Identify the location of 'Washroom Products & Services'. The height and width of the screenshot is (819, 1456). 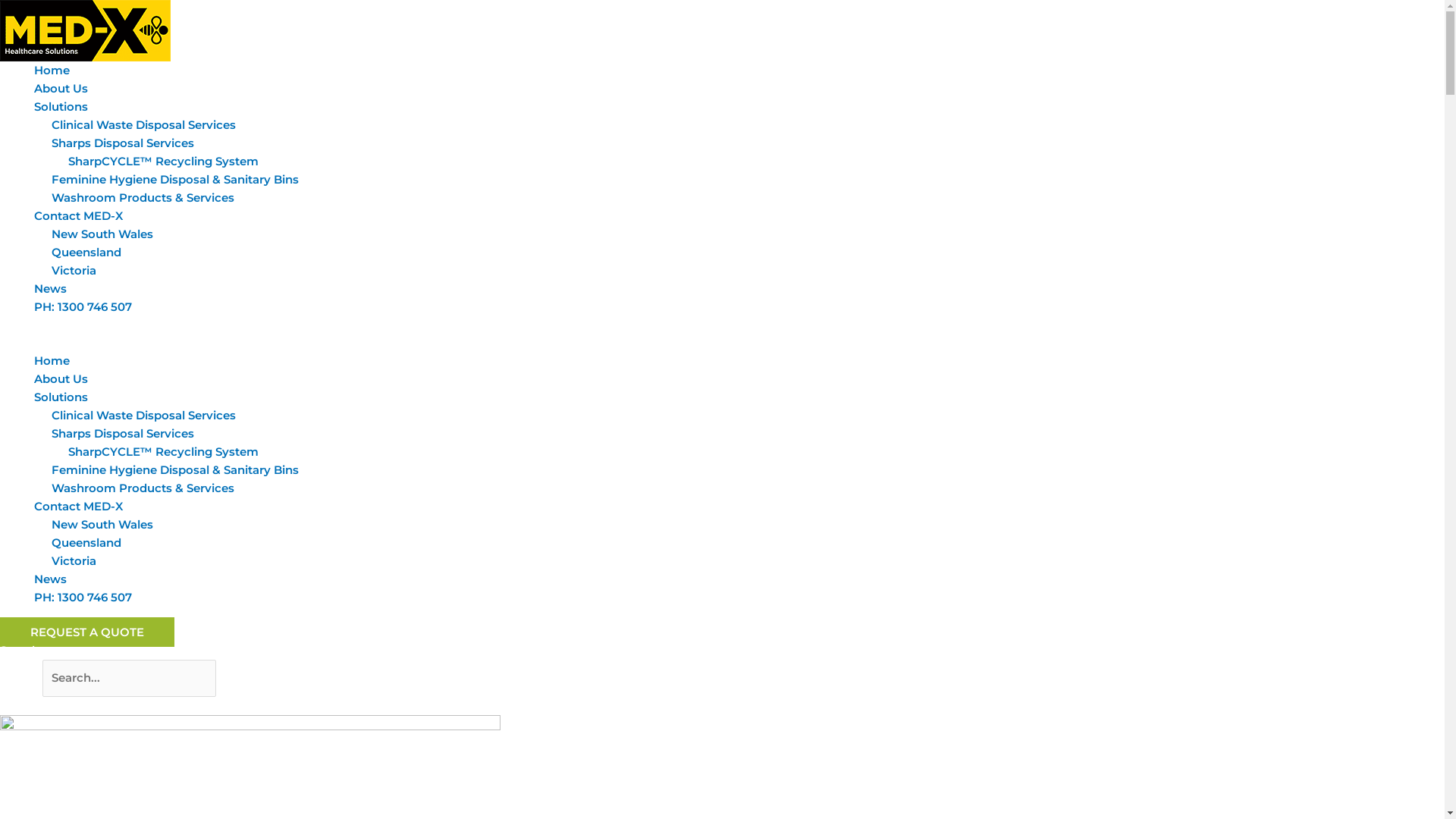
(143, 196).